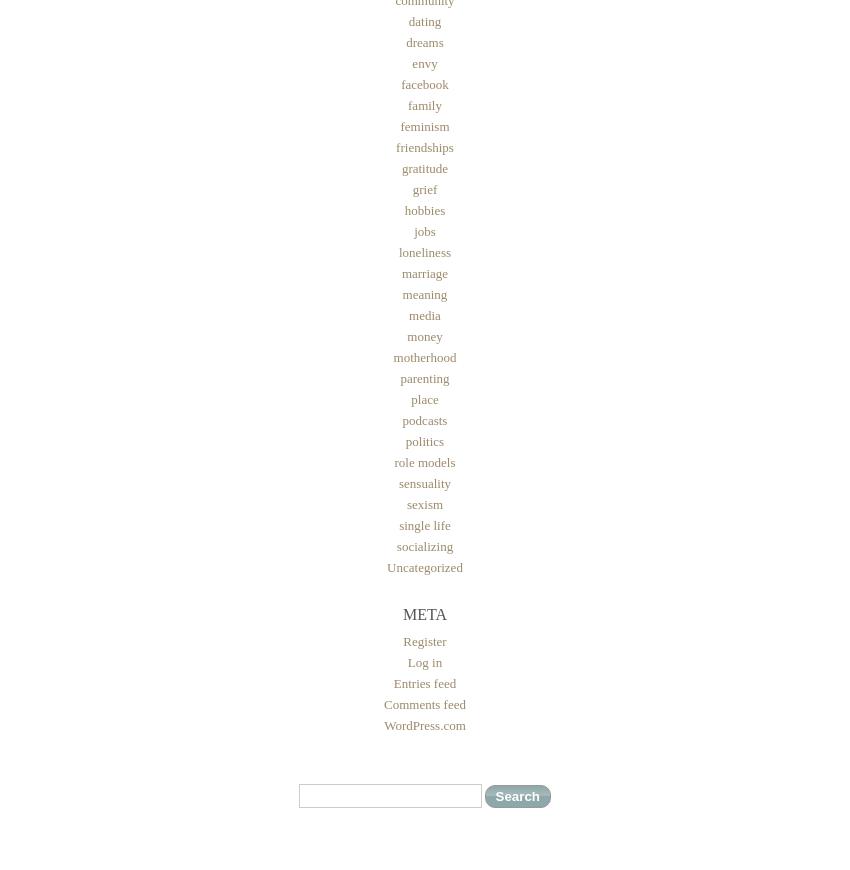 This screenshot has height=870, width=850. What do you see at coordinates (424, 41) in the screenshot?
I see `'dreams'` at bounding box center [424, 41].